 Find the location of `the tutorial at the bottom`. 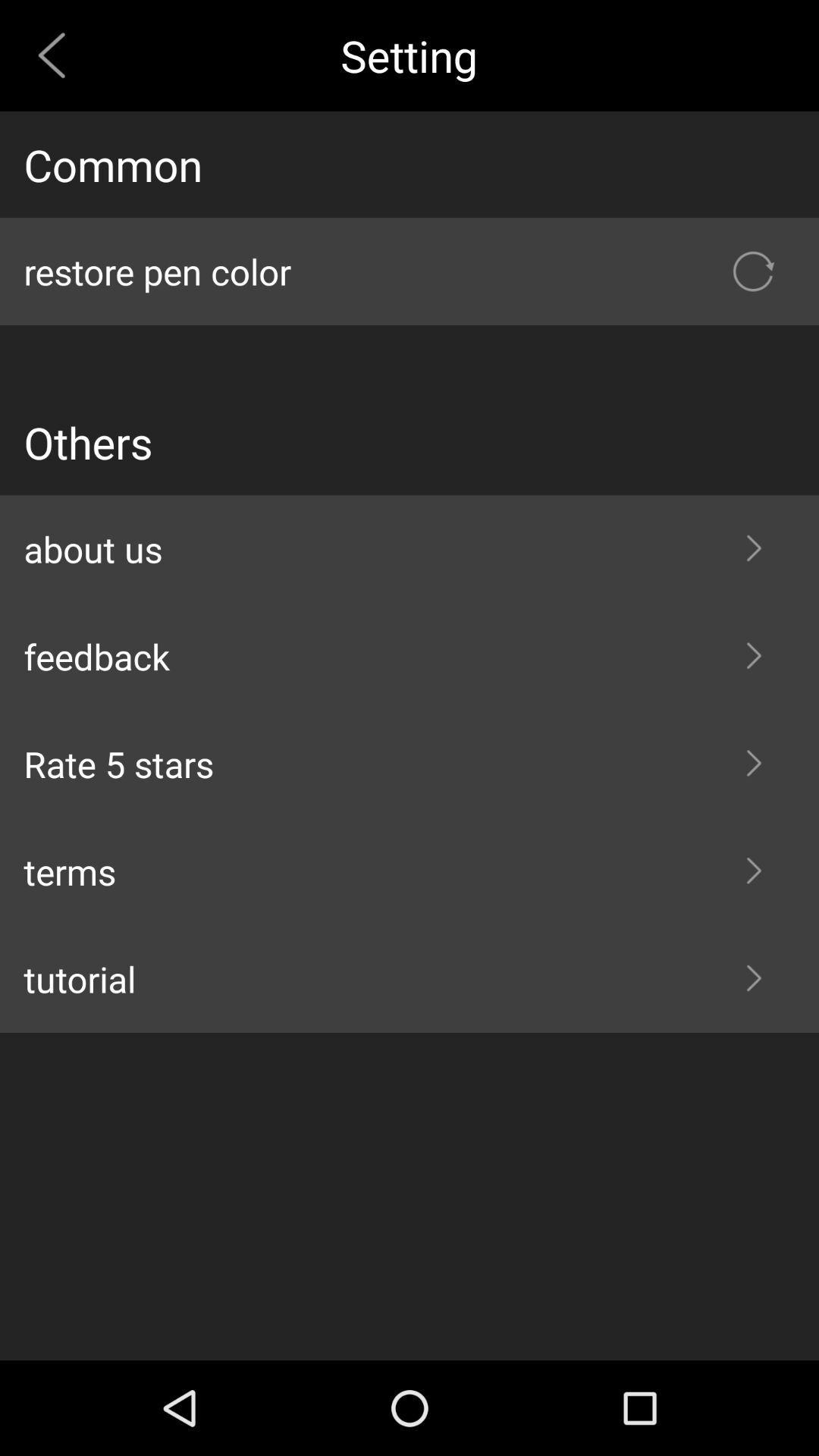

the tutorial at the bottom is located at coordinates (409, 979).